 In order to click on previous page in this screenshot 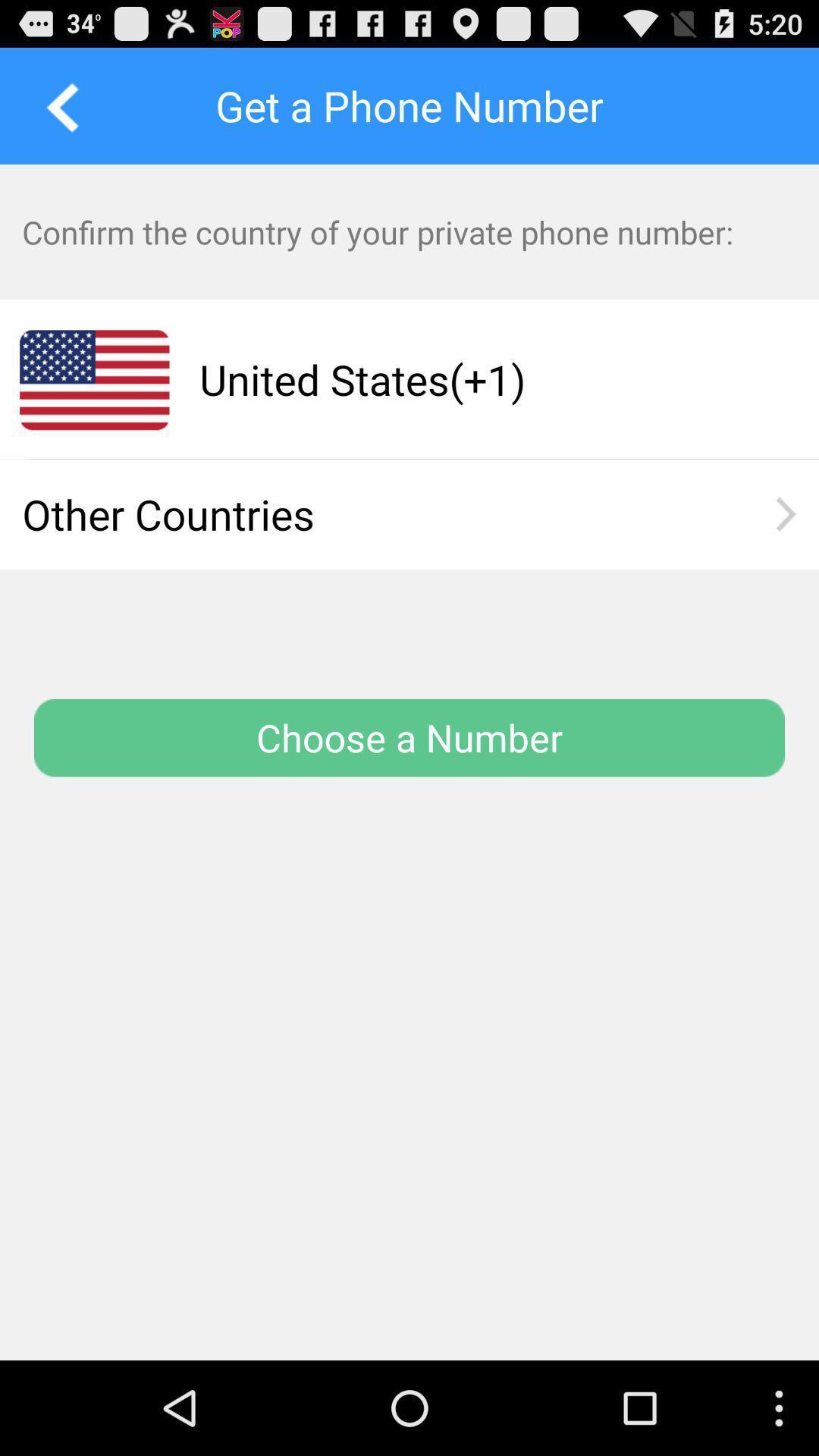, I will do `click(57, 105)`.